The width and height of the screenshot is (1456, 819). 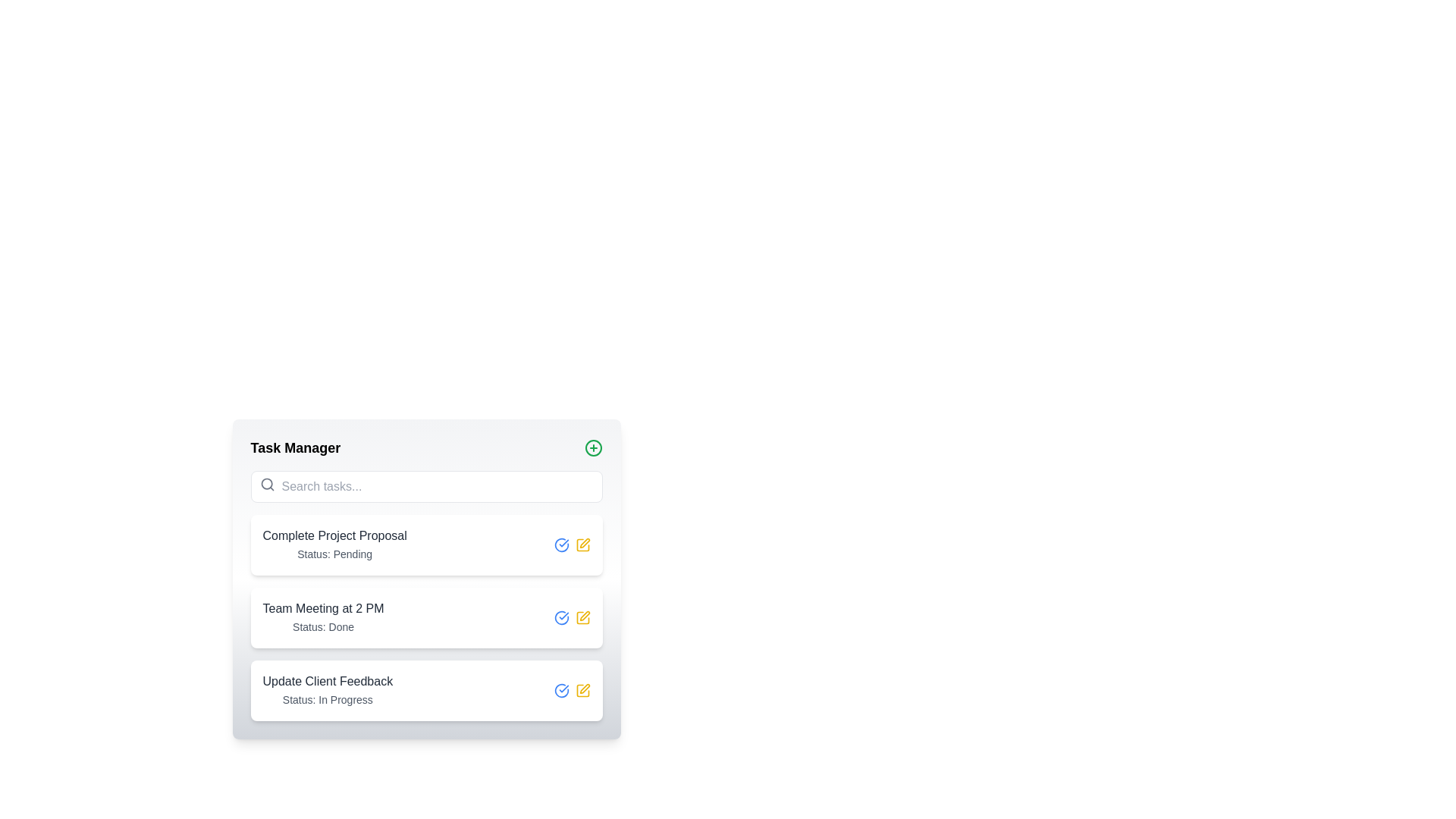 What do you see at coordinates (560, 544) in the screenshot?
I see `the checkmark icon within a circle` at bounding box center [560, 544].